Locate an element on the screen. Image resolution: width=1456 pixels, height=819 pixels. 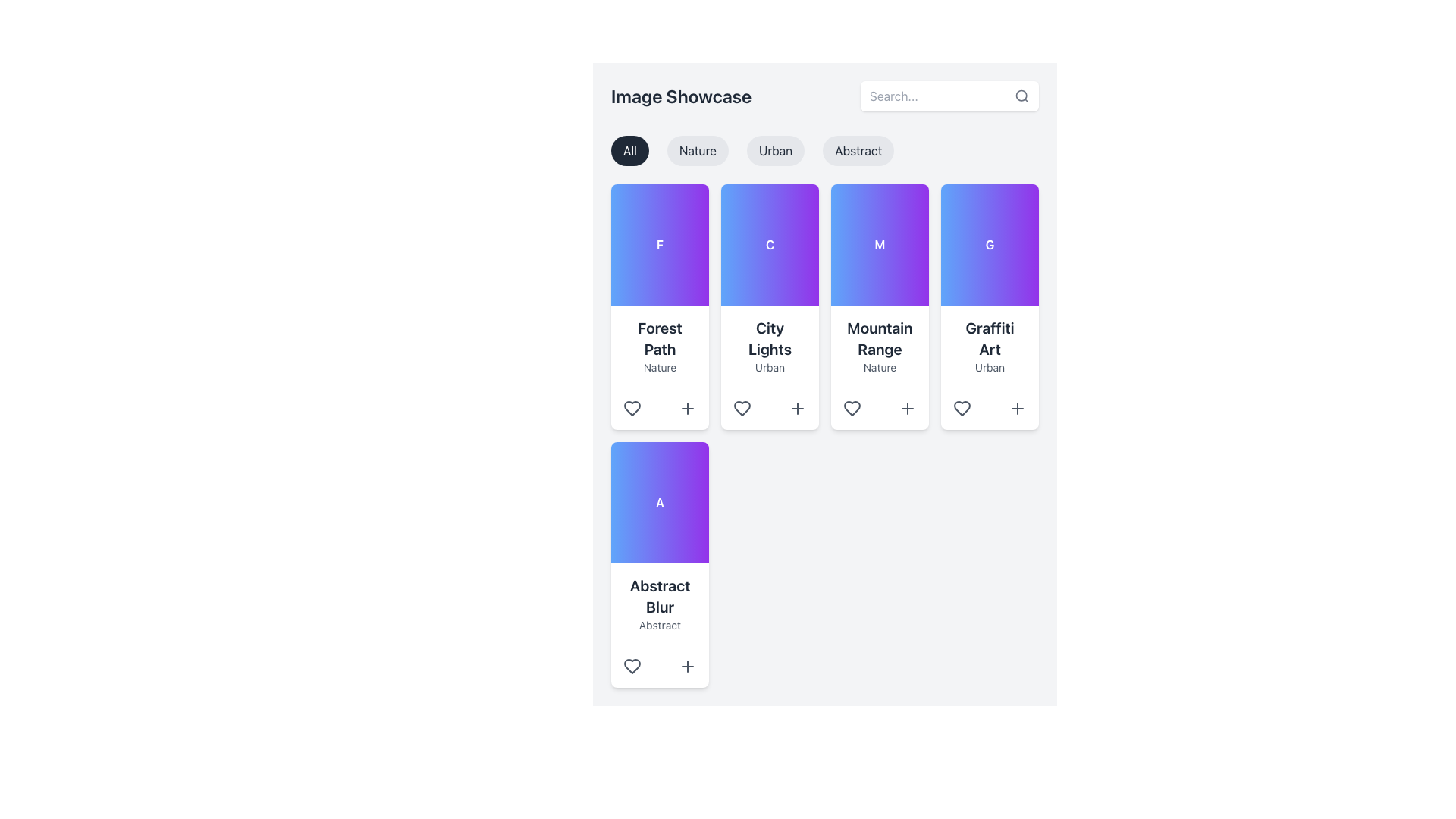
the static text element located in the fourth card from the left in the top row of the grid, which serves as the title and subtitle for the card is located at coordinates (990, 346).